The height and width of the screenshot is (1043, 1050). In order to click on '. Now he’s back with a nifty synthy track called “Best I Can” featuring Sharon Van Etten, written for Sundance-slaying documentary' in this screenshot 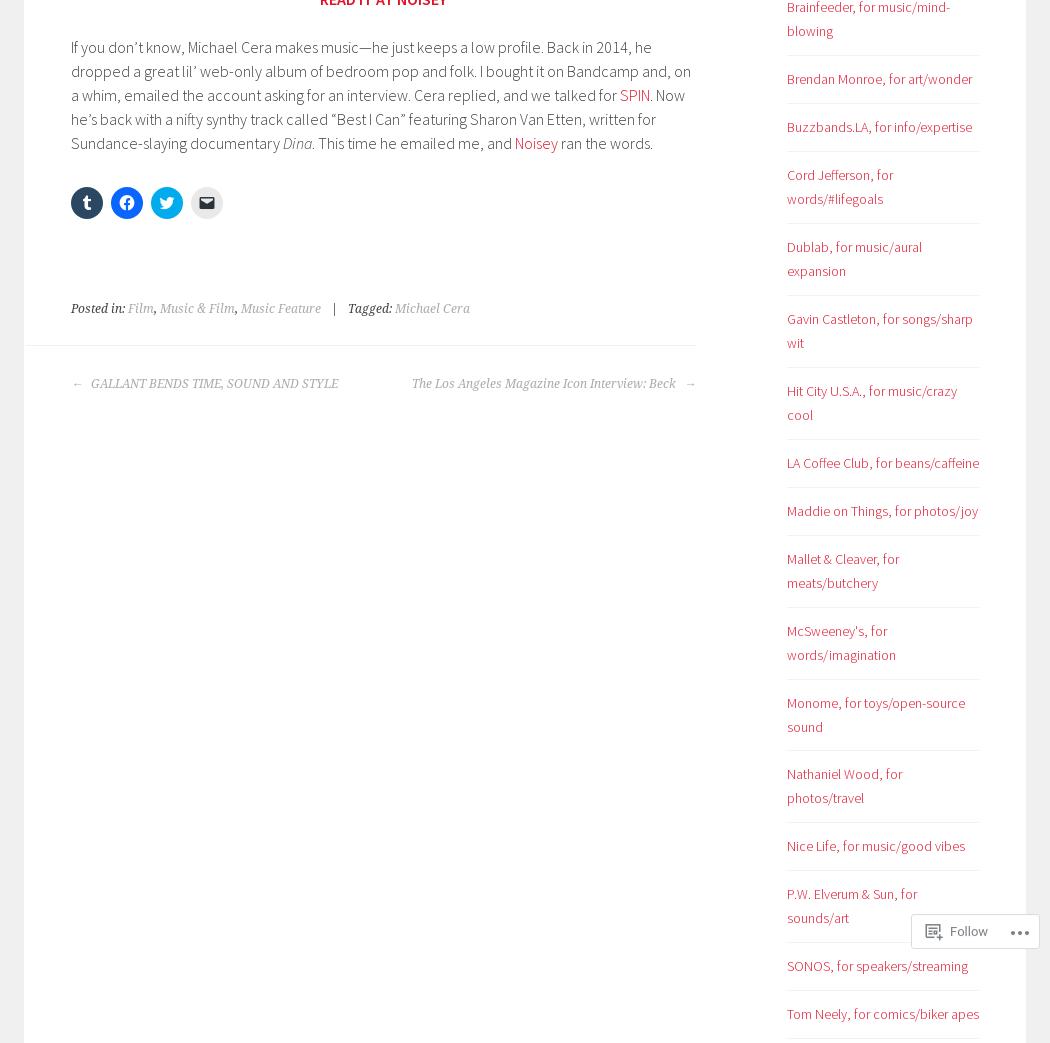, I will do `click(378, 117)`.